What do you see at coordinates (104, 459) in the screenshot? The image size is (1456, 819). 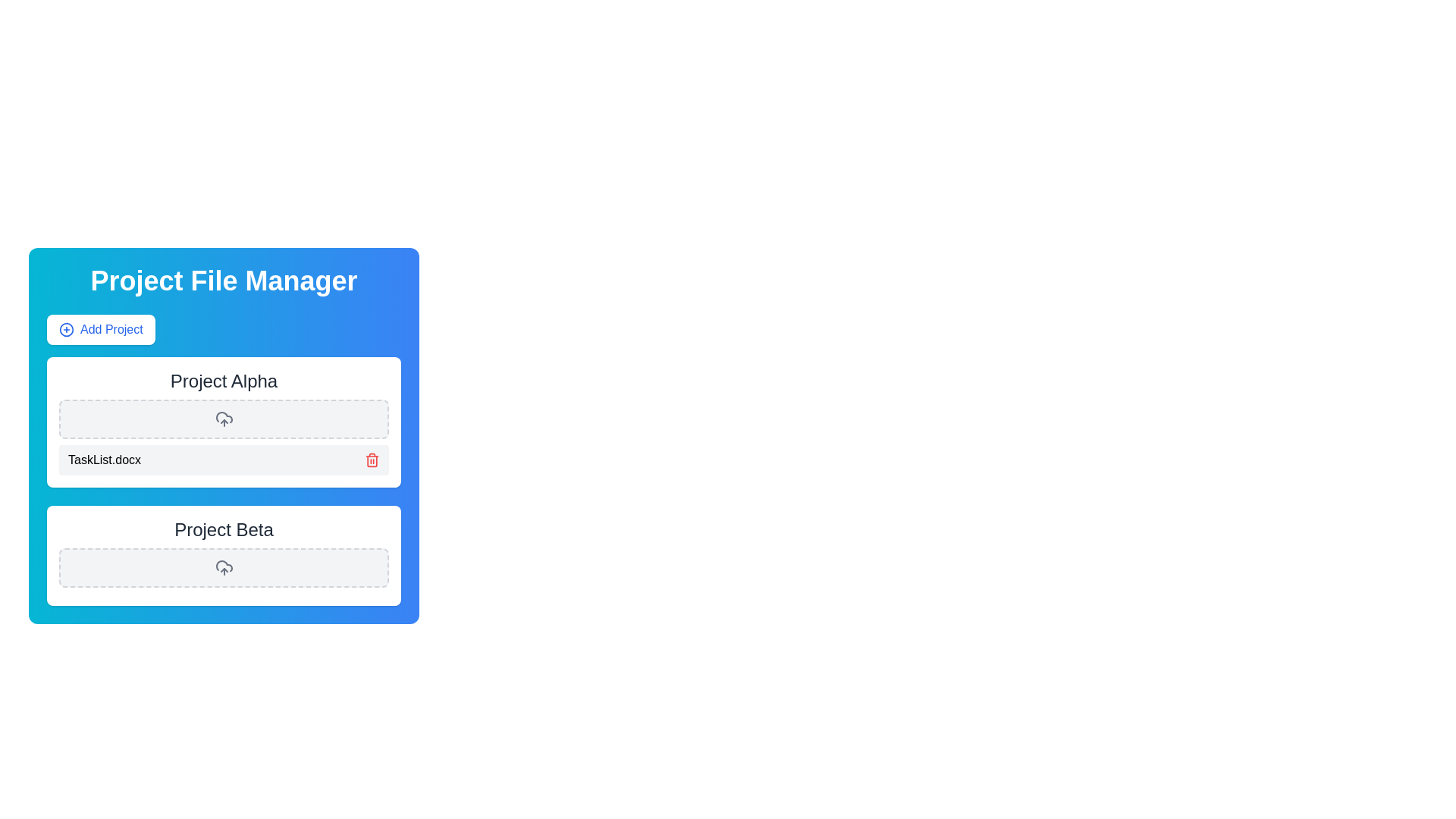 I see `the label displaying 'TaskList.docx' located within the 'Project Alpha' subsection of the 'Project File Manager', which appears in a light gray area and is positioned to the left of a red delete icon` at bounding box center [104, 459].